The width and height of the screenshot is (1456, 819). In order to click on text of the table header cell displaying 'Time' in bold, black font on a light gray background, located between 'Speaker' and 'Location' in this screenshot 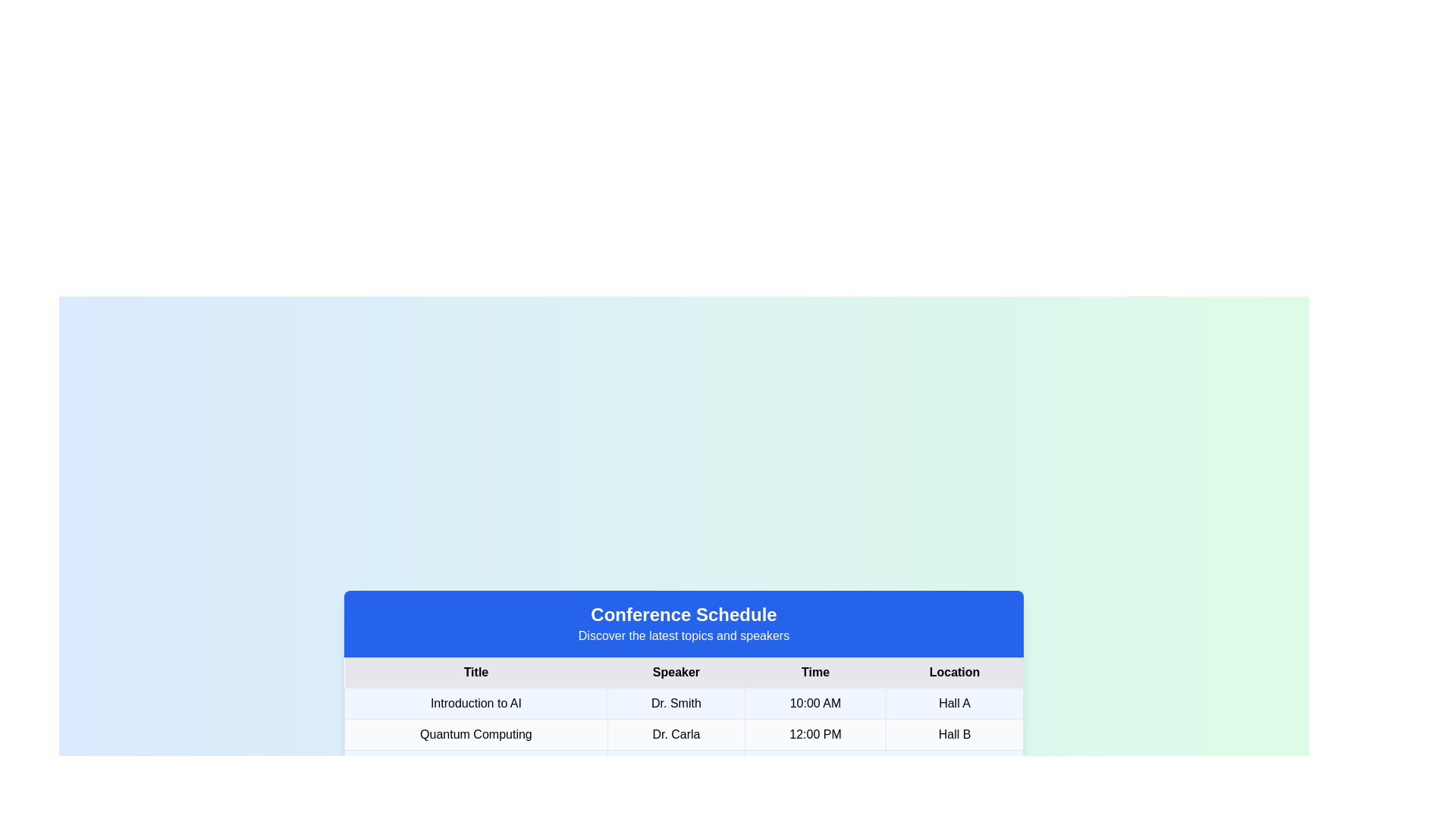, I will do `click(814, 672)`.